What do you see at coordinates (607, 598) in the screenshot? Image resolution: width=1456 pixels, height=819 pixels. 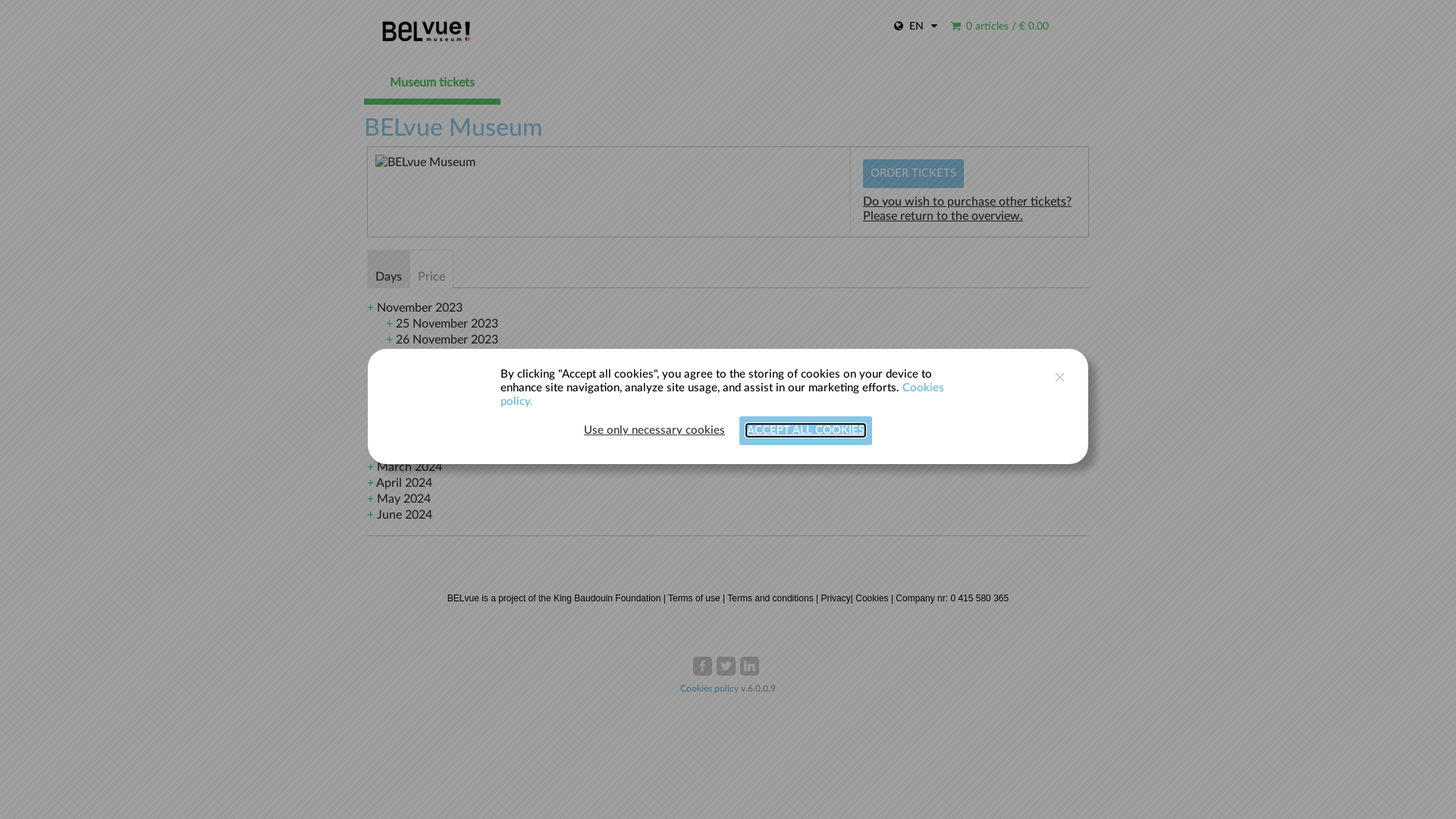 I see `'King Baudouin Foundation'` at bounding box center [607, 598].